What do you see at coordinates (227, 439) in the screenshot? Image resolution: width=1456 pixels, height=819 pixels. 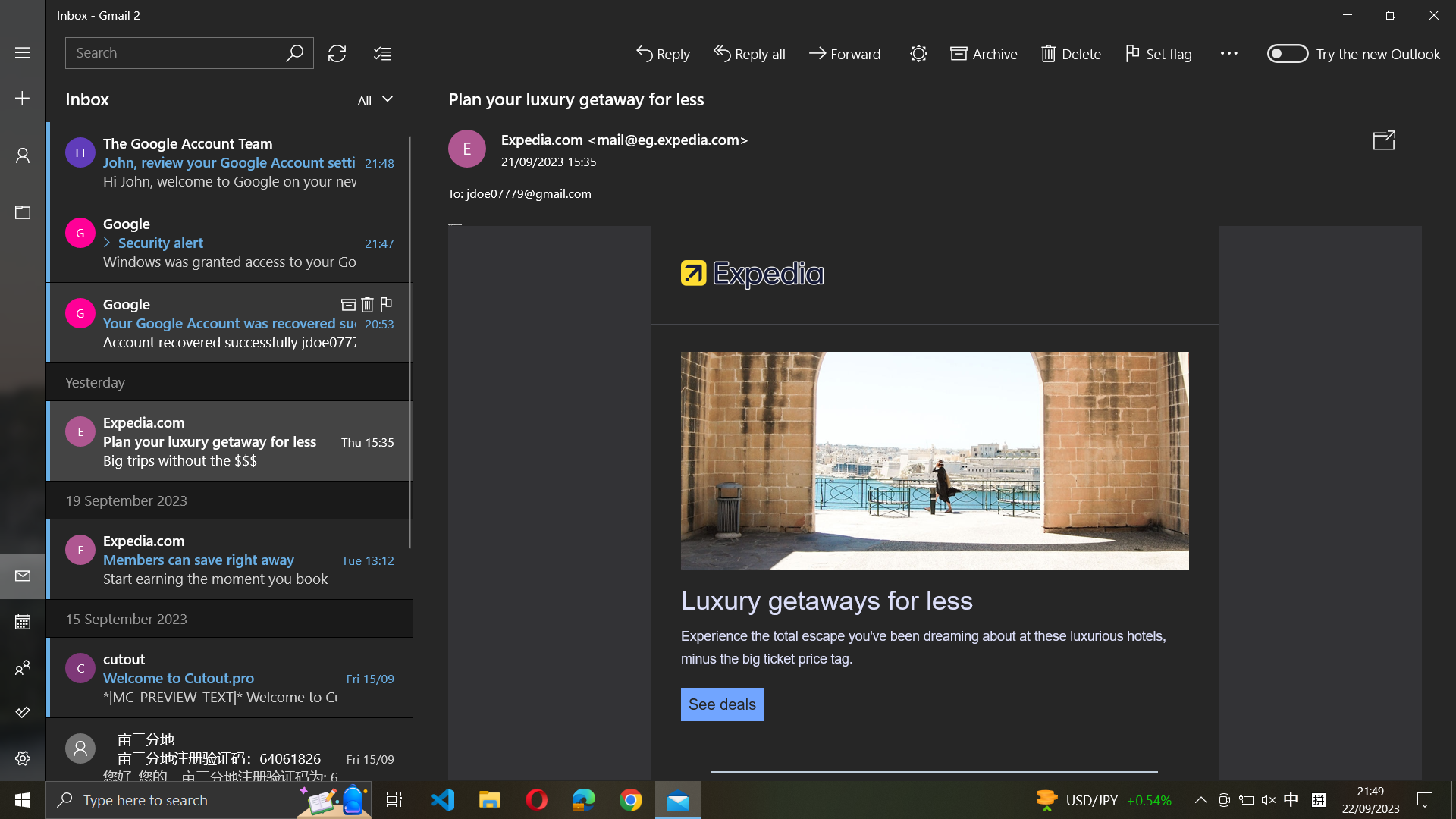 I see `Expedia.com email received yesterday and hide the navigation panel` at bounding box center [227, 439].